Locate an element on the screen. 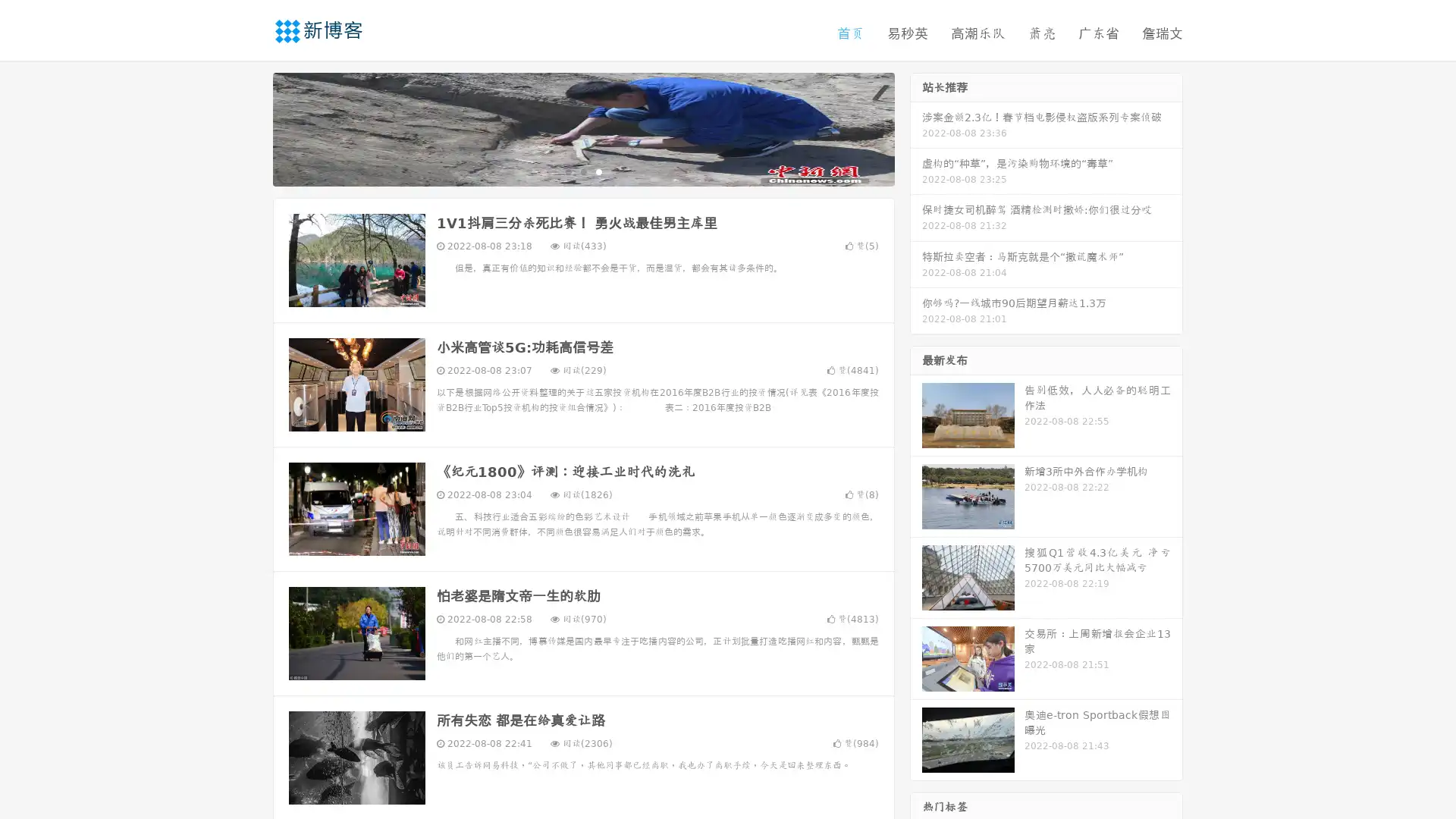  Go to slide 2 is located at coordinates (582, 171).